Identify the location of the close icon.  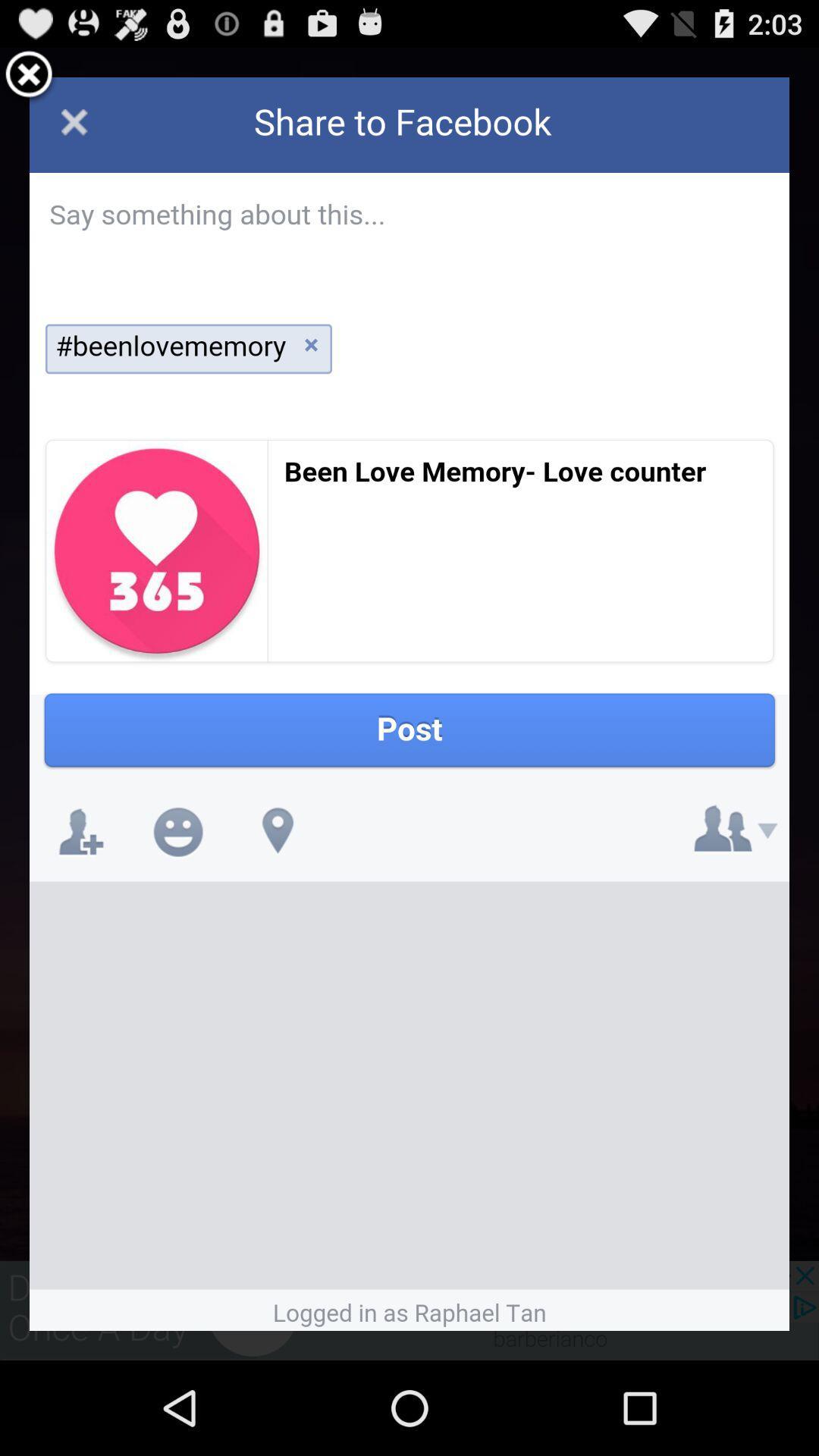
(29, 81).